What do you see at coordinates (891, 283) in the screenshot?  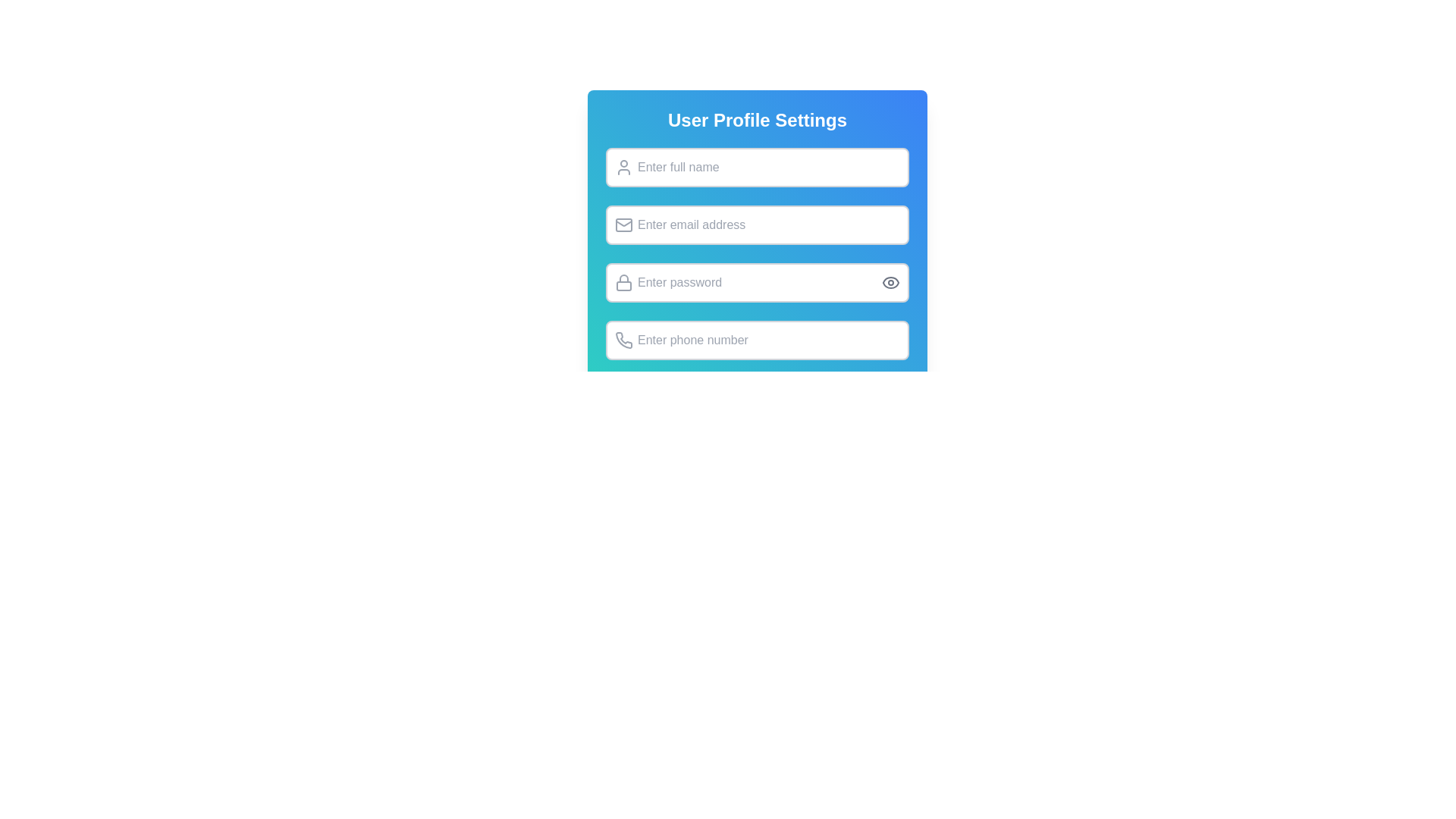 I see `the eye icon button that toggles the visibility of the password text` at bounding box center [891, 283].